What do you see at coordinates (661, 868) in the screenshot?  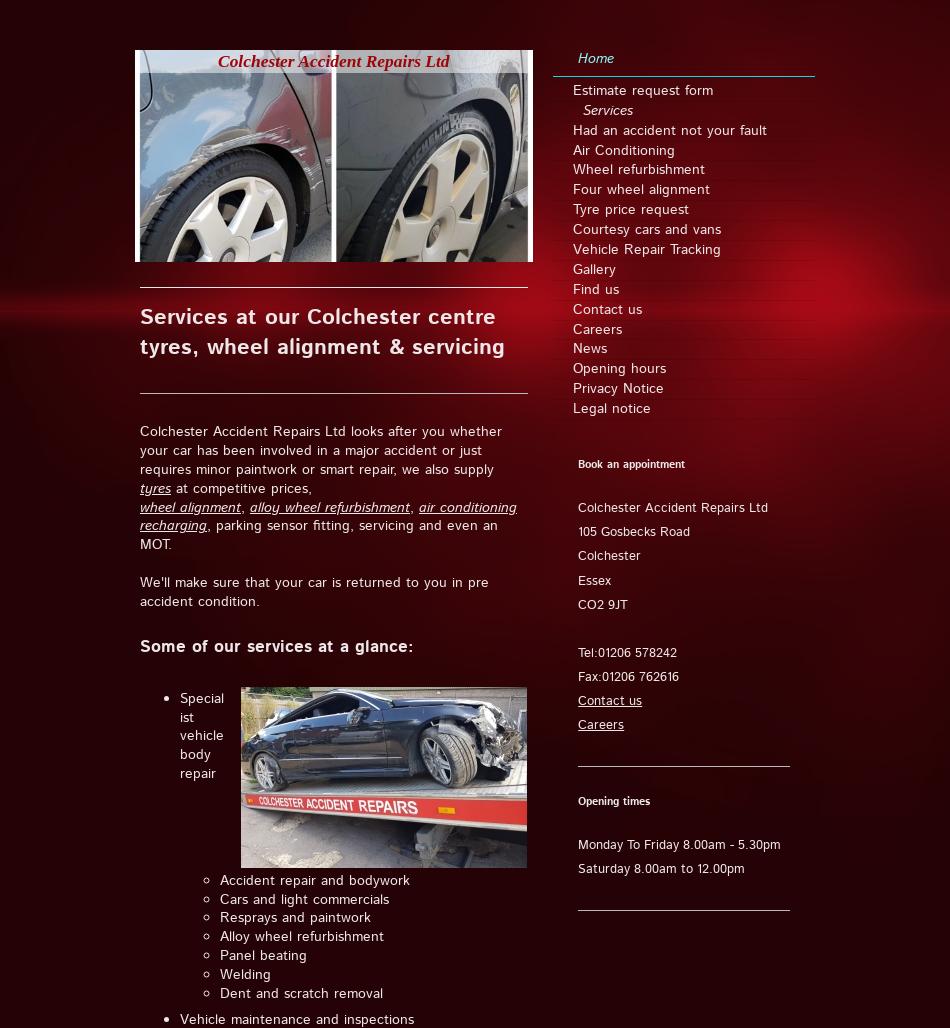 I see `'Saturday 8.00am to 12.00pm'` at bounding box center [661, 868].